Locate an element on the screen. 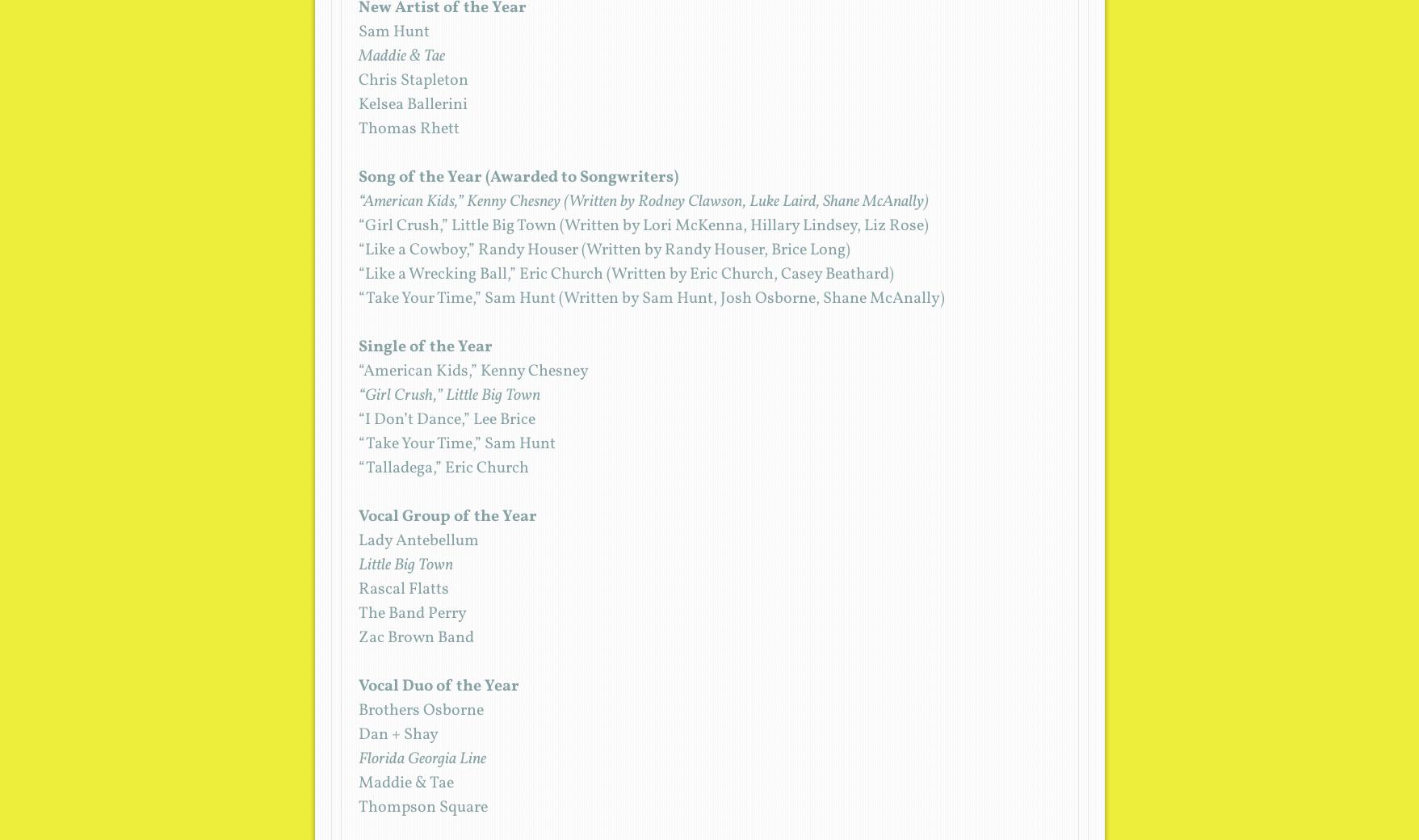  '“American Kids,” Kenny Chesney' is located at coordinates (472, 371).